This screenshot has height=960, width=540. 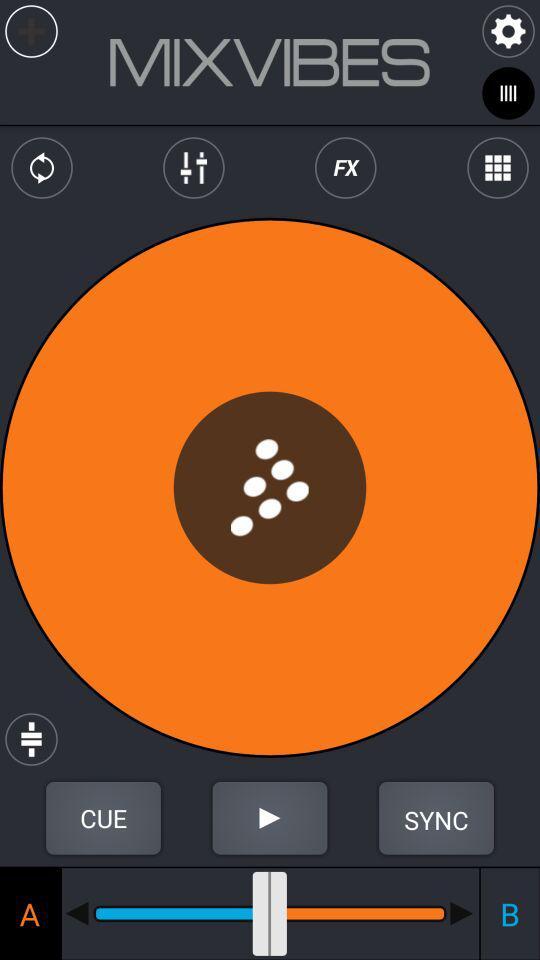 I want to click on setting up, so click(x=103, y=818).